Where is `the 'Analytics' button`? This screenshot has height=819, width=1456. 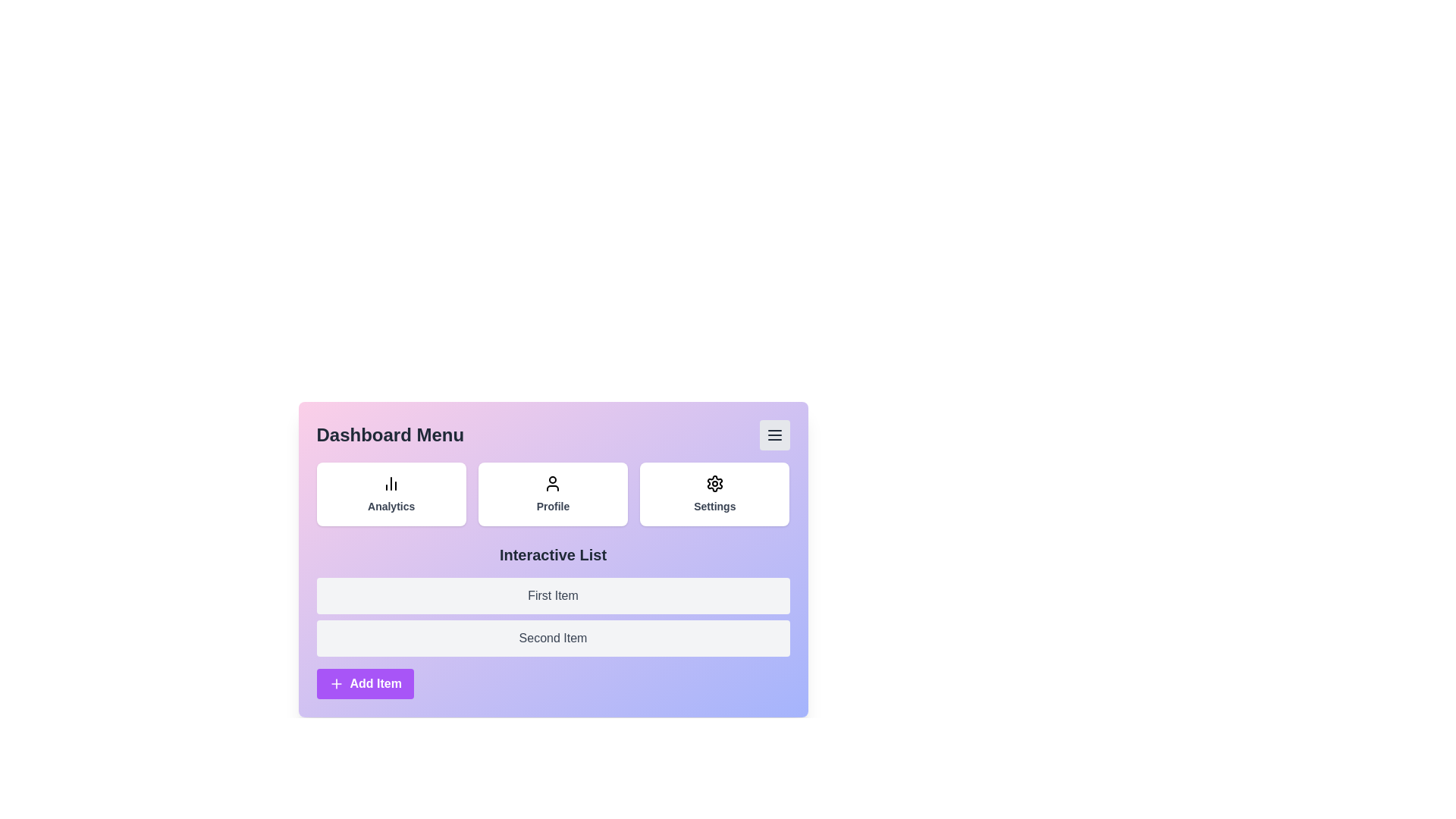 the 'Analytics' button is located at coordinates (391, 494).